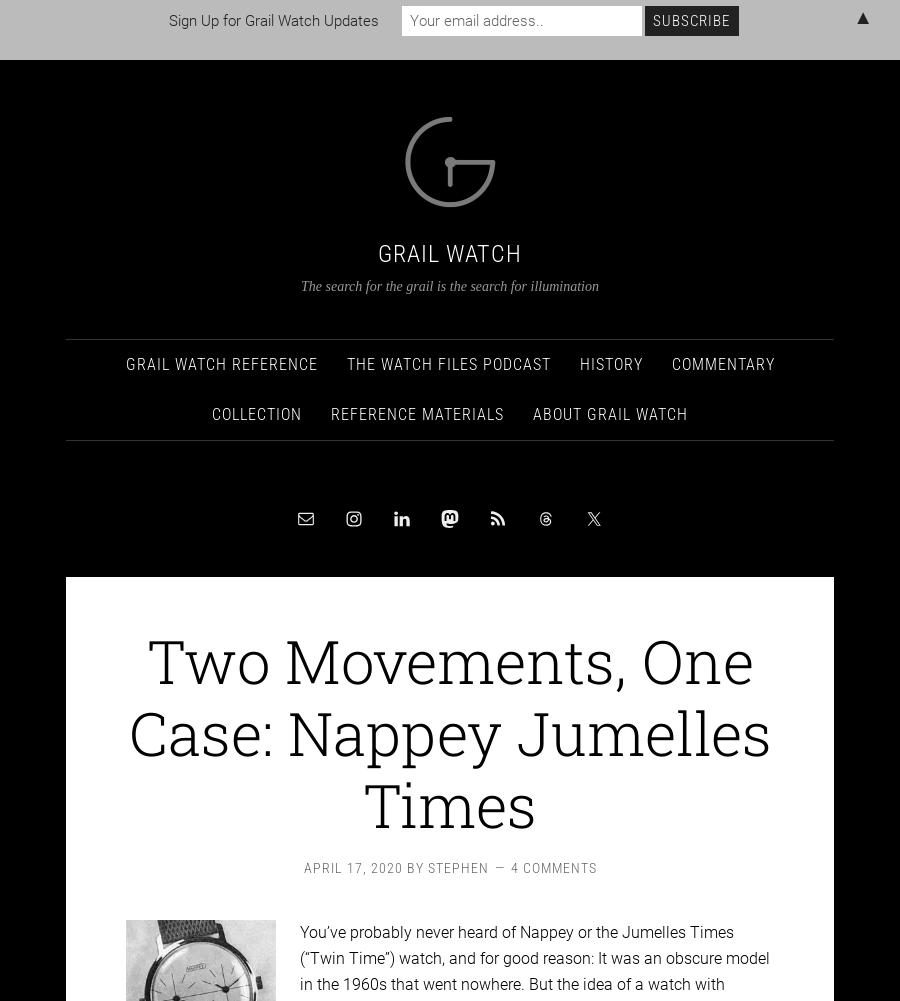 The width and height of the screenshot is (900, 1001). Describe the element at coordinates (221, 346) in the screenshot. I see `'Grail Watch Reference'` at that location.